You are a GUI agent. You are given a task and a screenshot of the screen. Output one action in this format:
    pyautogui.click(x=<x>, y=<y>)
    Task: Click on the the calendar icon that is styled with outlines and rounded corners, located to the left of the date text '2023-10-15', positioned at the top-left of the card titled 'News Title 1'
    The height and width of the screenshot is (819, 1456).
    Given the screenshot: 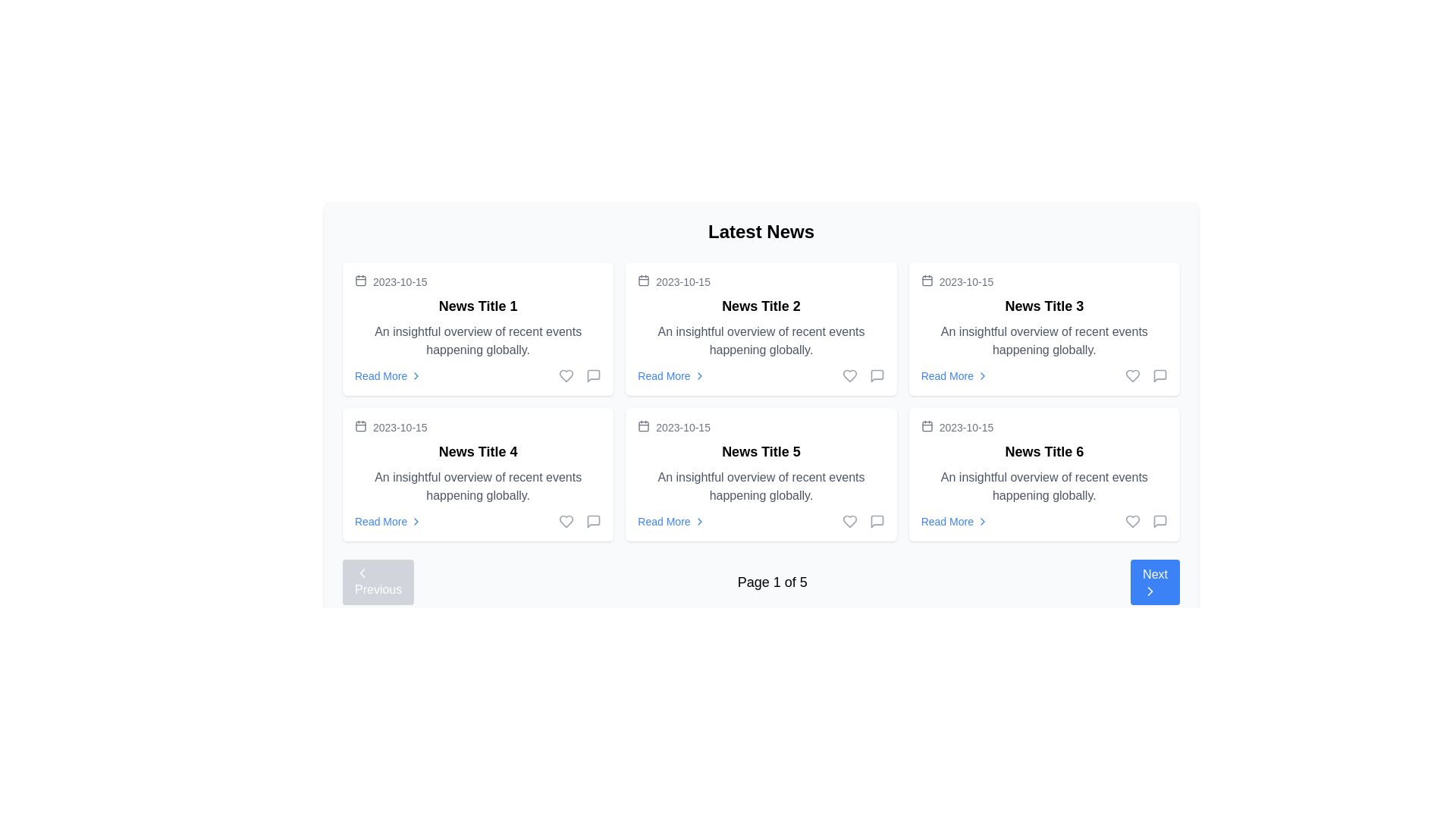 What is the action you would take?
    pyautogui.click(x=359, y=426)
    